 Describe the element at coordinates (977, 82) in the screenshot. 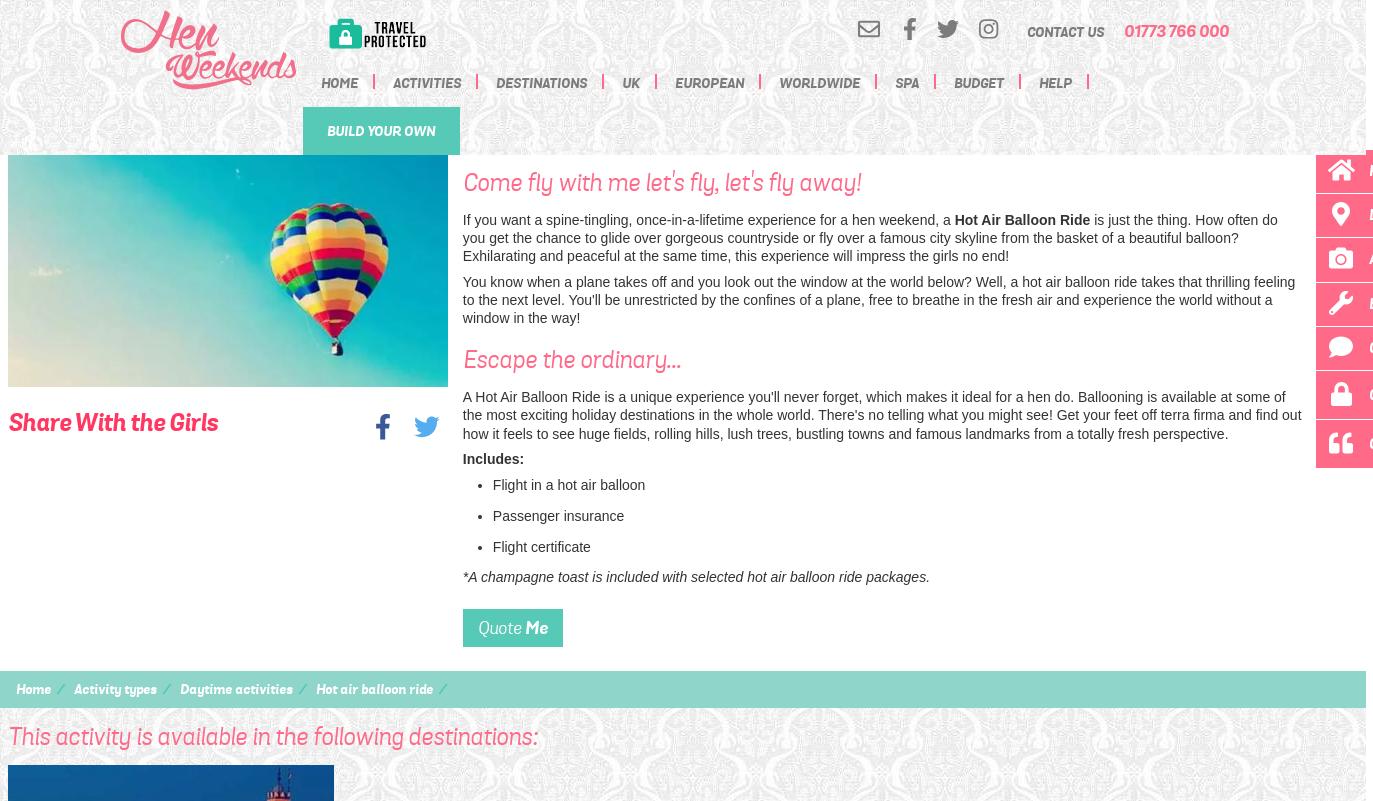

I see `'Budget'` at that location.